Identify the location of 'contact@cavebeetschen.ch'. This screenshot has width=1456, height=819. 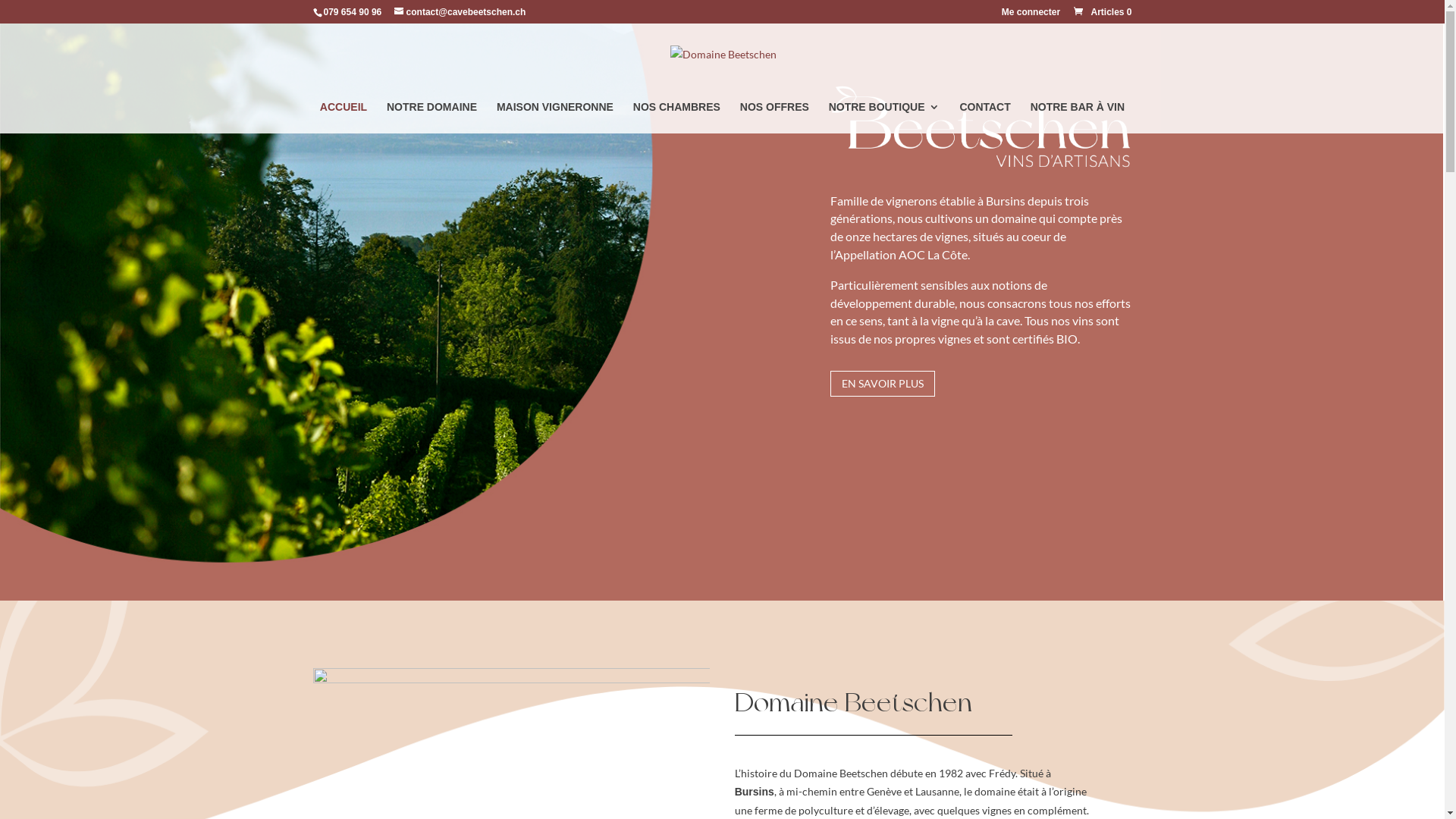
(394, 11).